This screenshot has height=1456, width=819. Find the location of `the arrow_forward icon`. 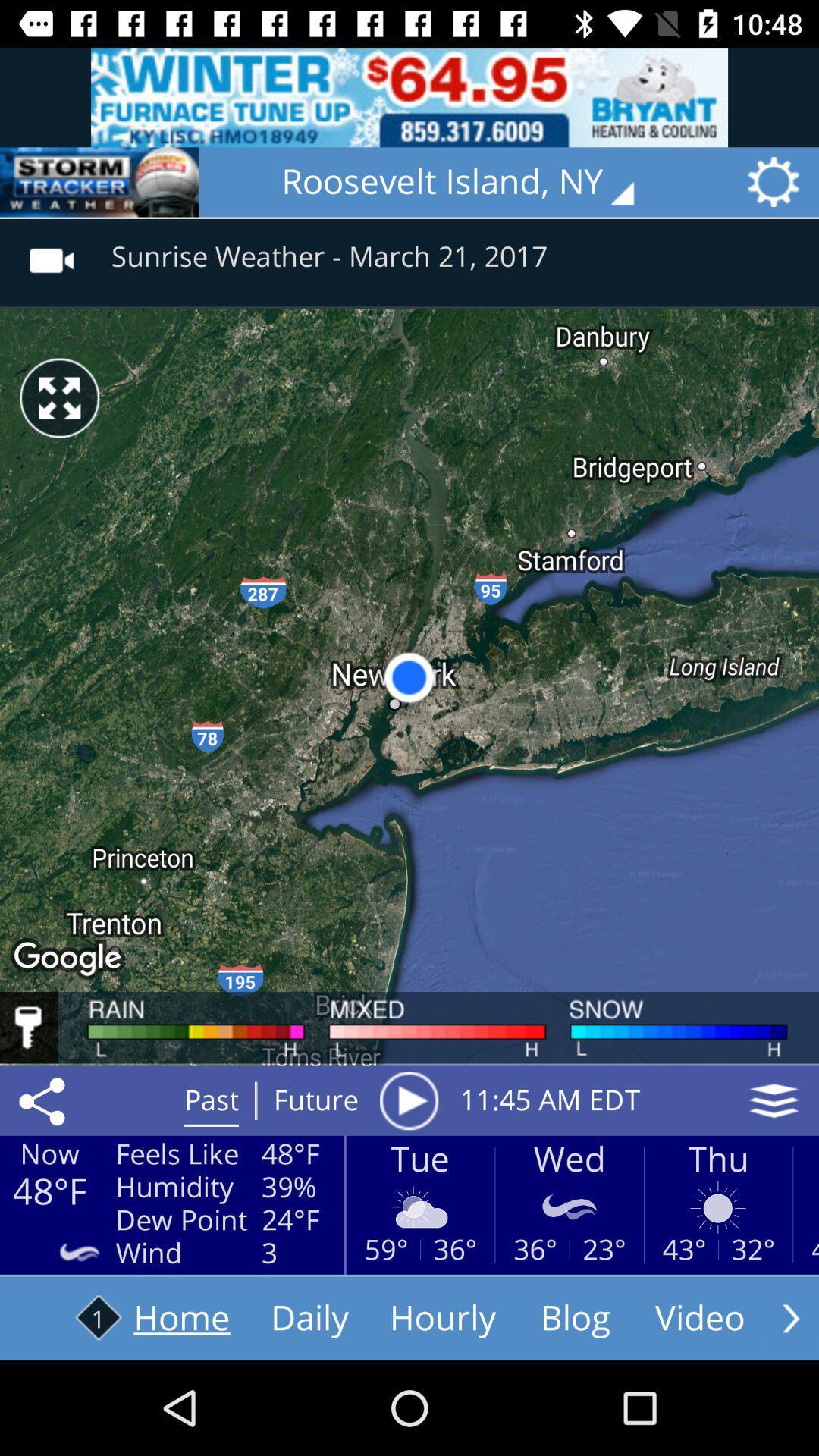

the arrow_forward icon is located at coordinates (790, 1317).